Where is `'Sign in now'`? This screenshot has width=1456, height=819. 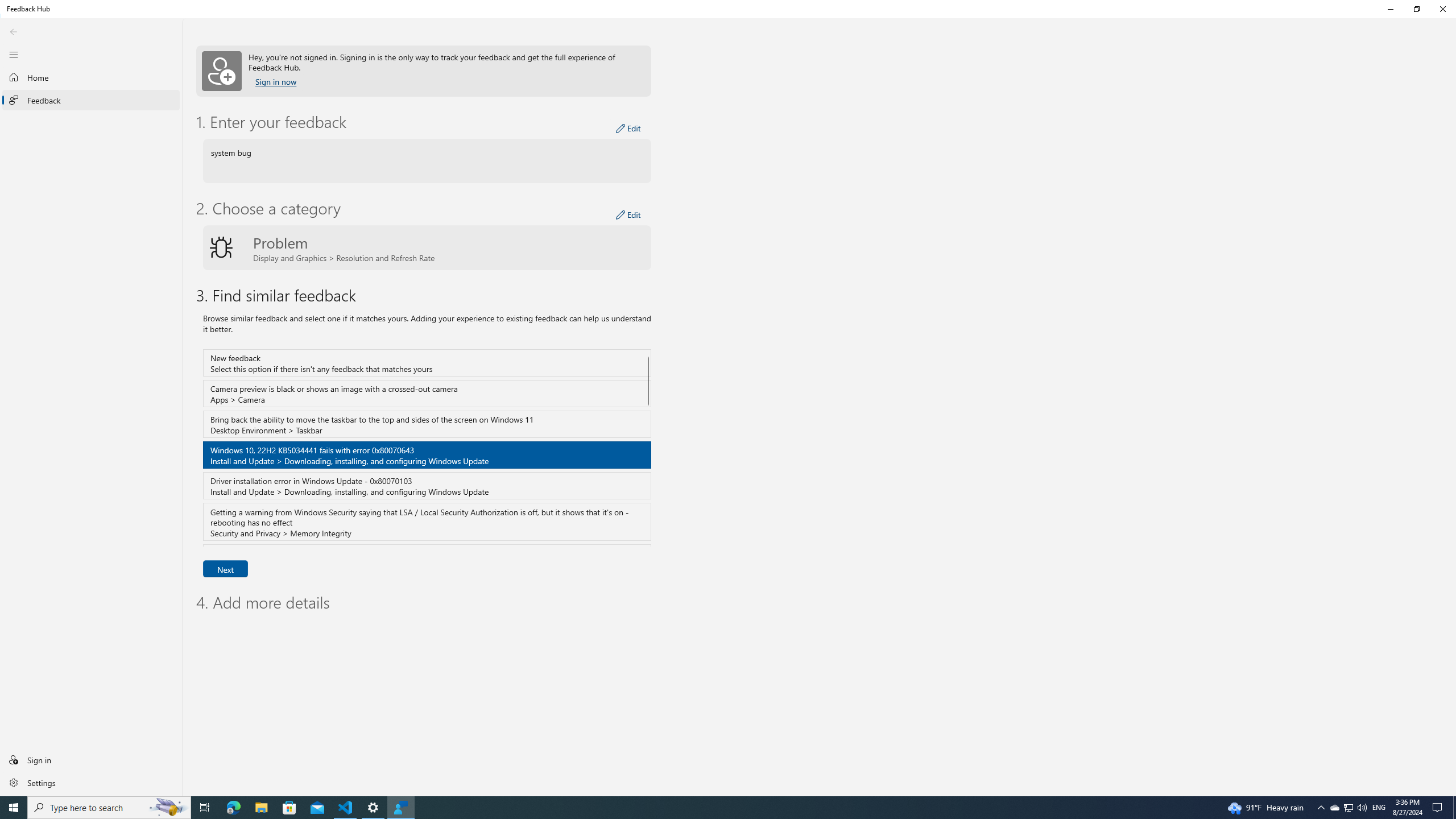
'Sign in now' is located at coordinates (276, 81).